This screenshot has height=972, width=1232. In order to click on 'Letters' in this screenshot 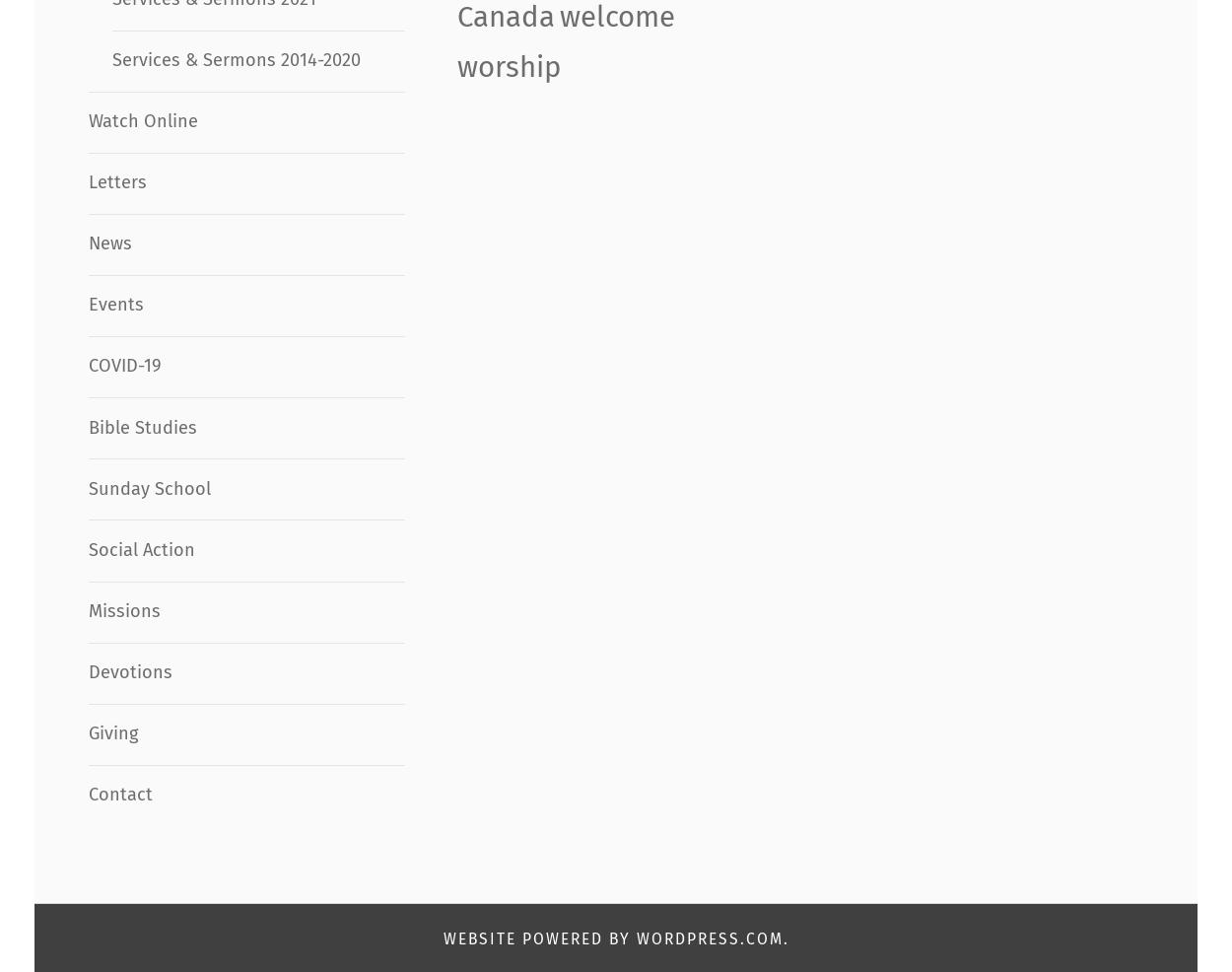, I will do `click(115, 180)`.